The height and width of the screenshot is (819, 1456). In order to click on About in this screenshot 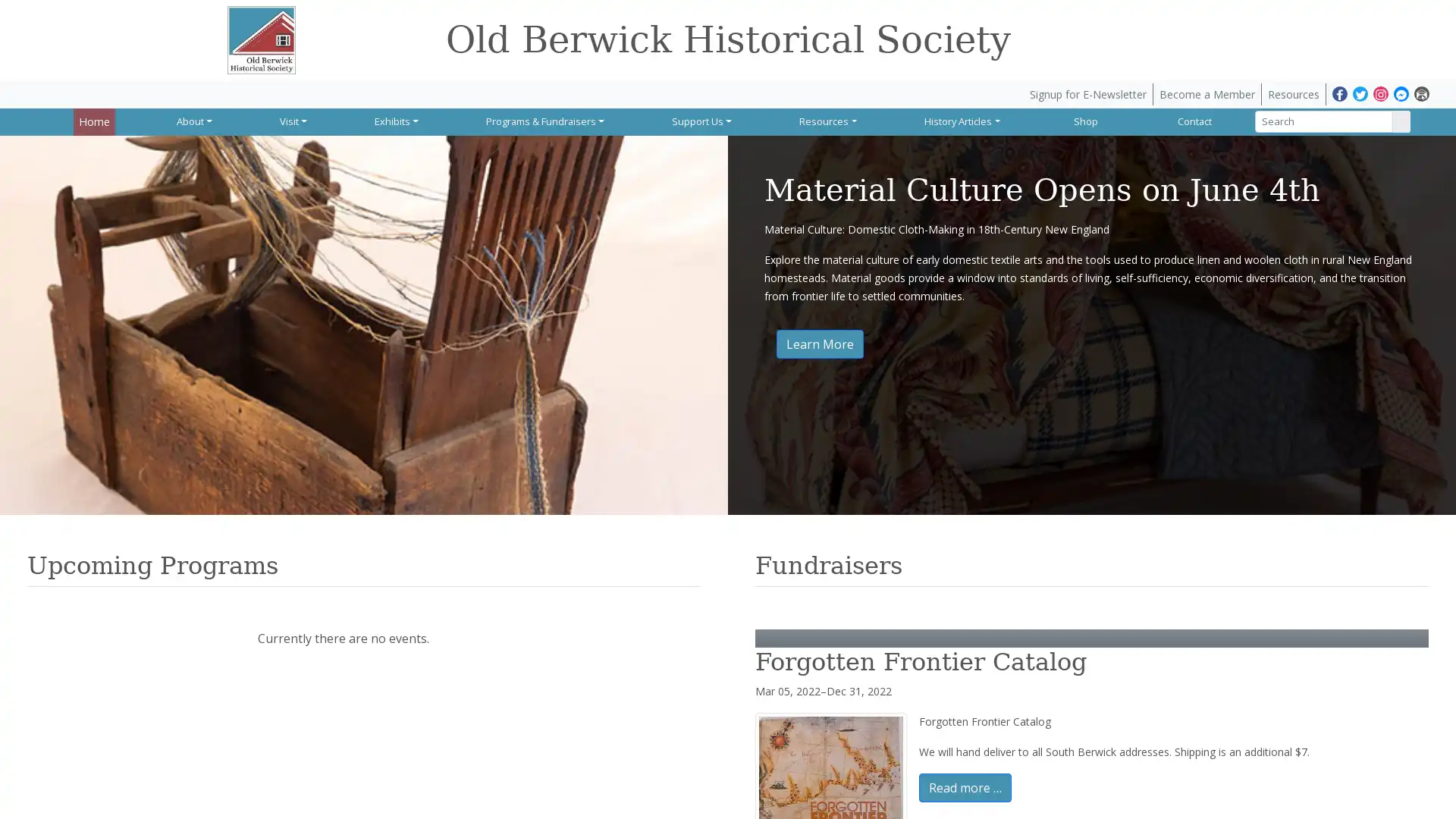, I will do `click(193, 120)`.